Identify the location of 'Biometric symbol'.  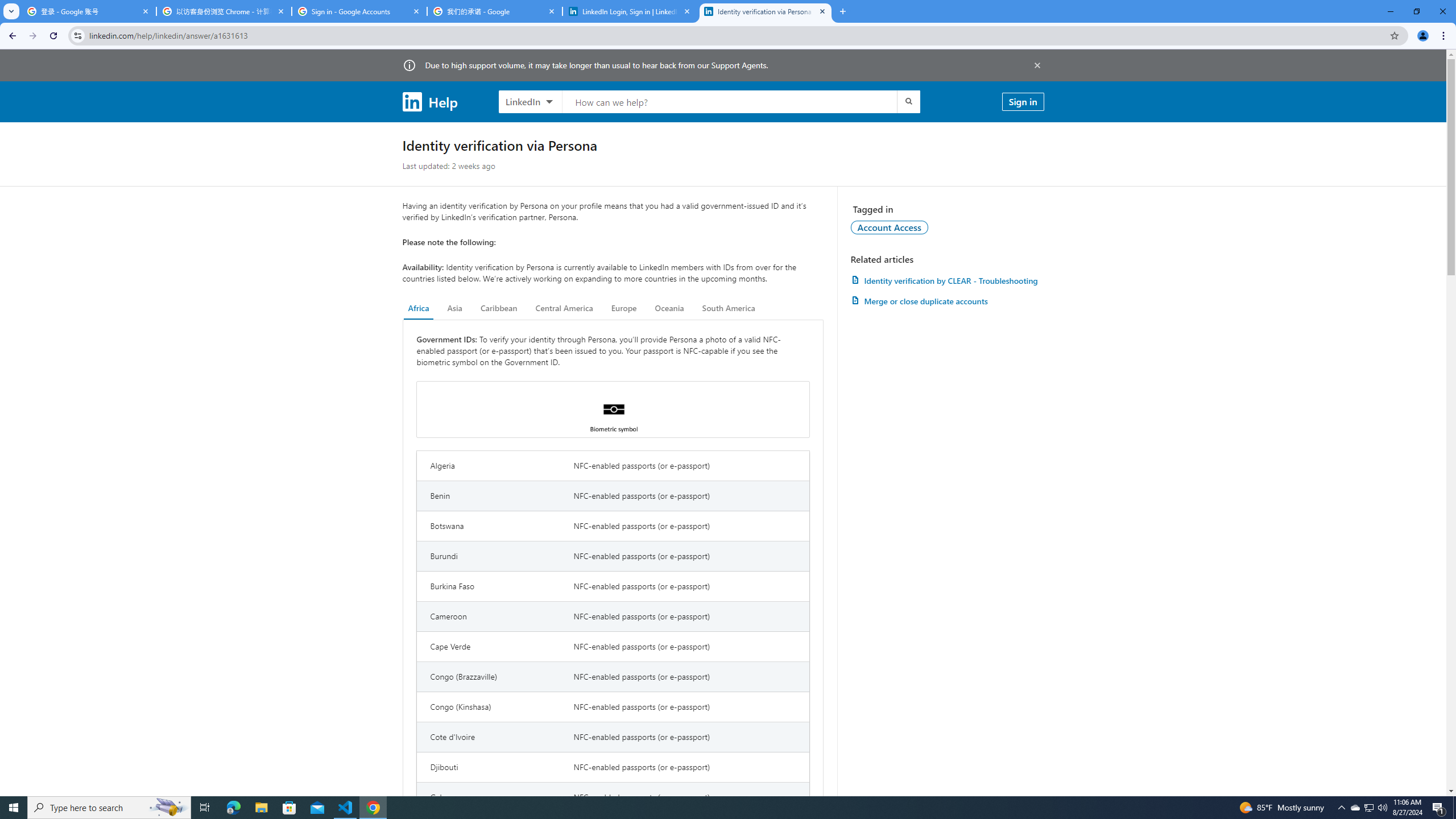
(612, 409).